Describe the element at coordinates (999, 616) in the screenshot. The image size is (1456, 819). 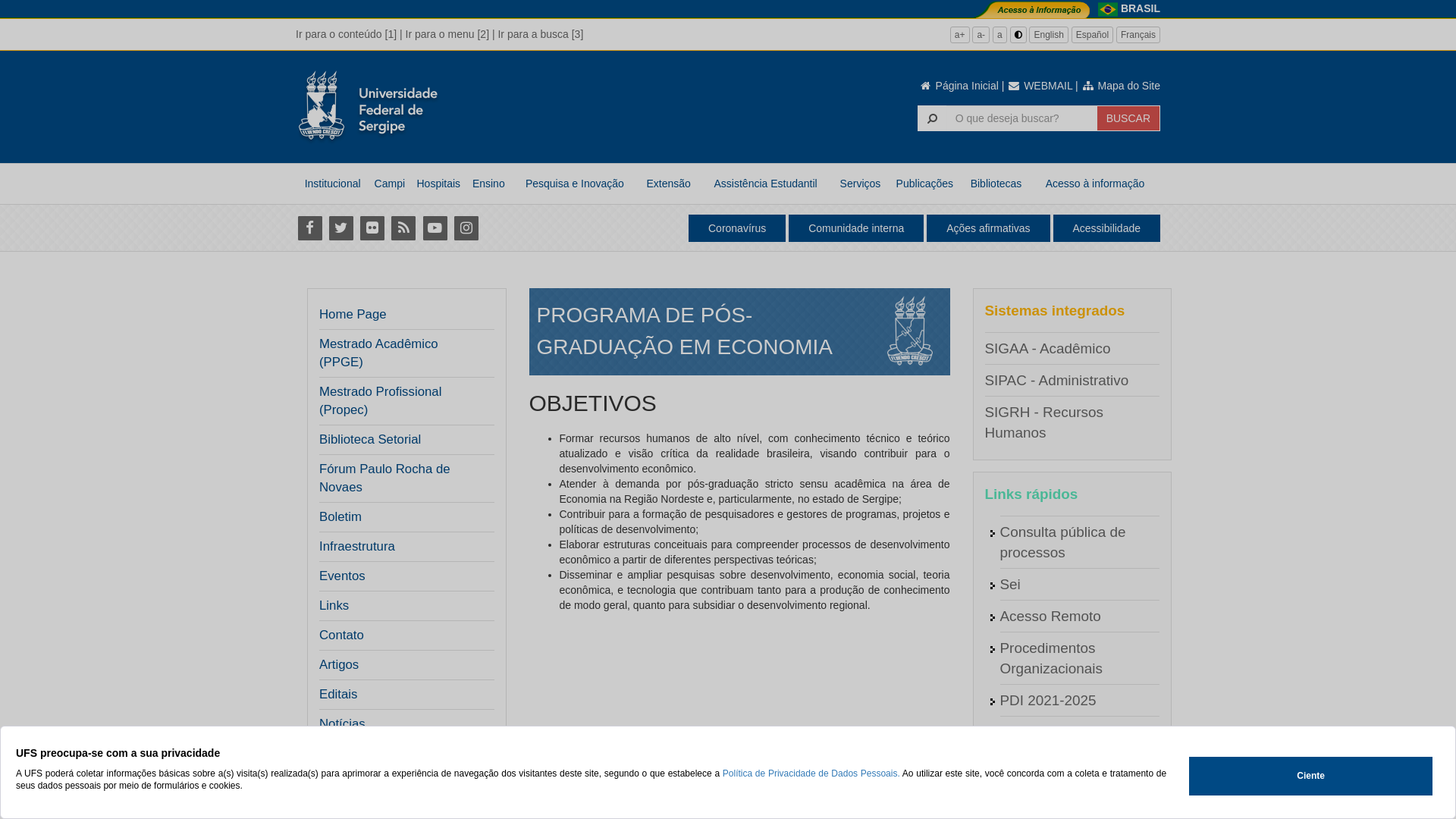
I see `'Acesso Remoto'` at that location.